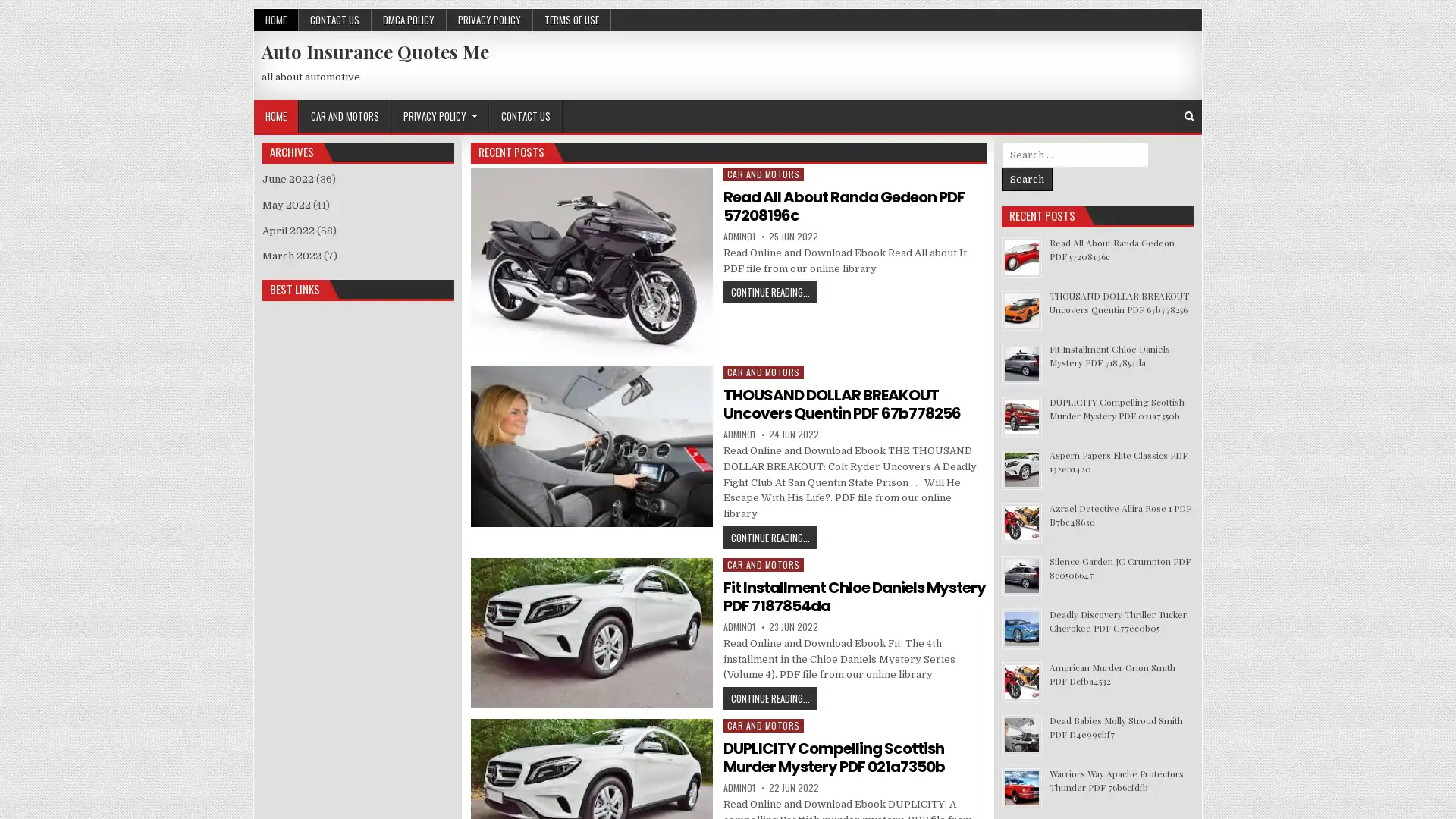  What do you see at coordinates (1027, 178) in the screenshot?
I see `Search` at bounding box center [1027, 178].